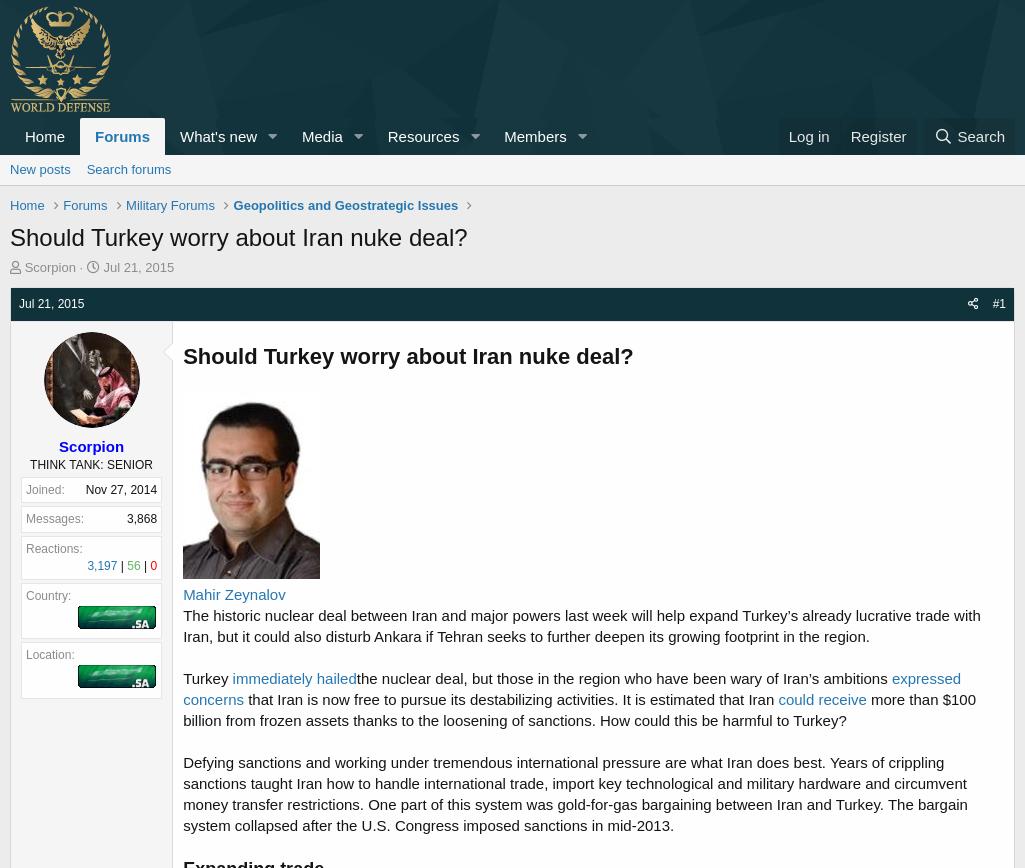  What do you see at coordinates (622, 678) in the screenshot?
I see `'the nuclear deal, but those in the region who have been wary of Iran’s ambitions'` at bounding box center [622, 678].